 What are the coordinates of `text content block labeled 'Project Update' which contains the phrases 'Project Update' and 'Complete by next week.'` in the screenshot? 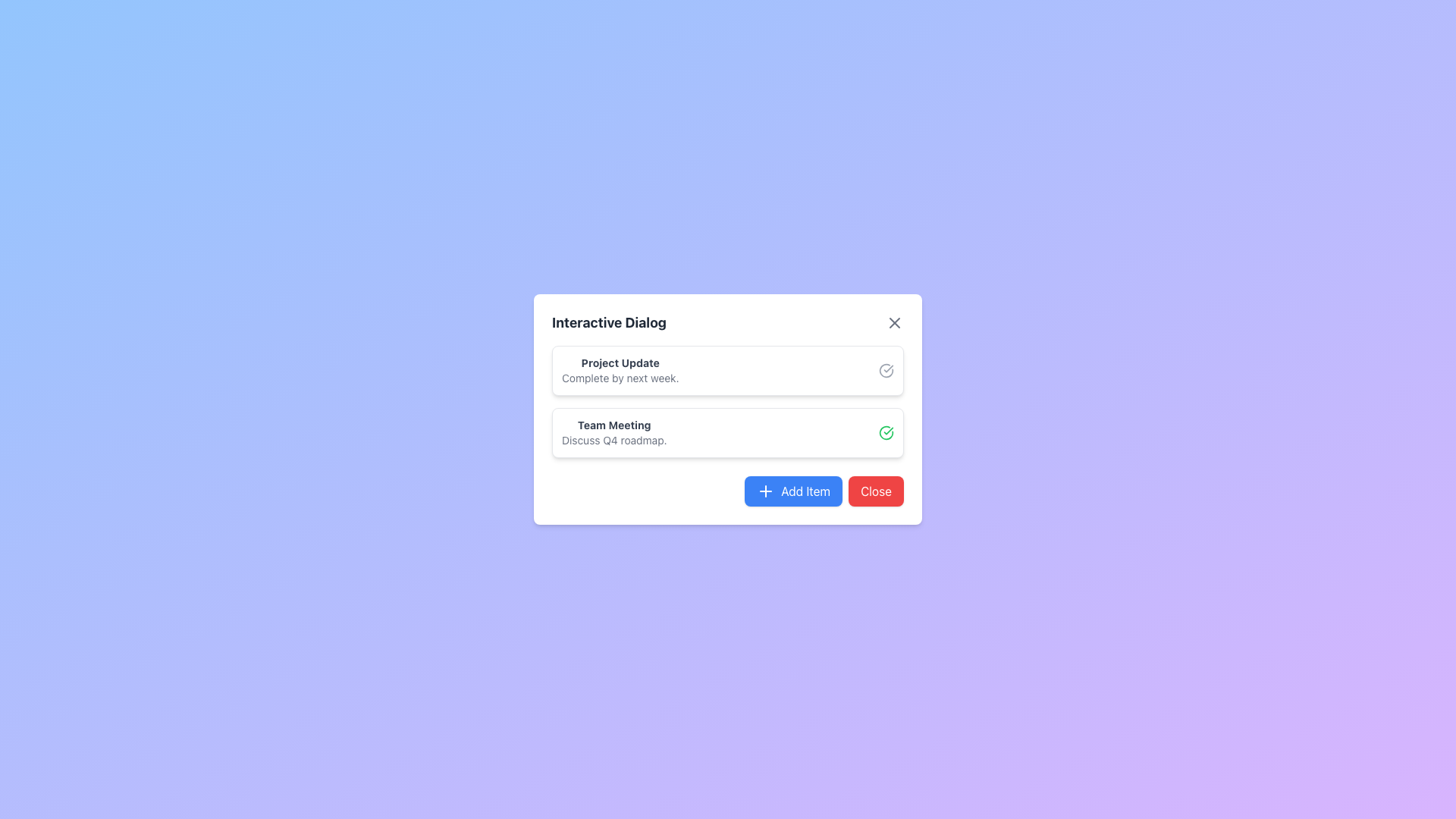 It's located at (620, 371).